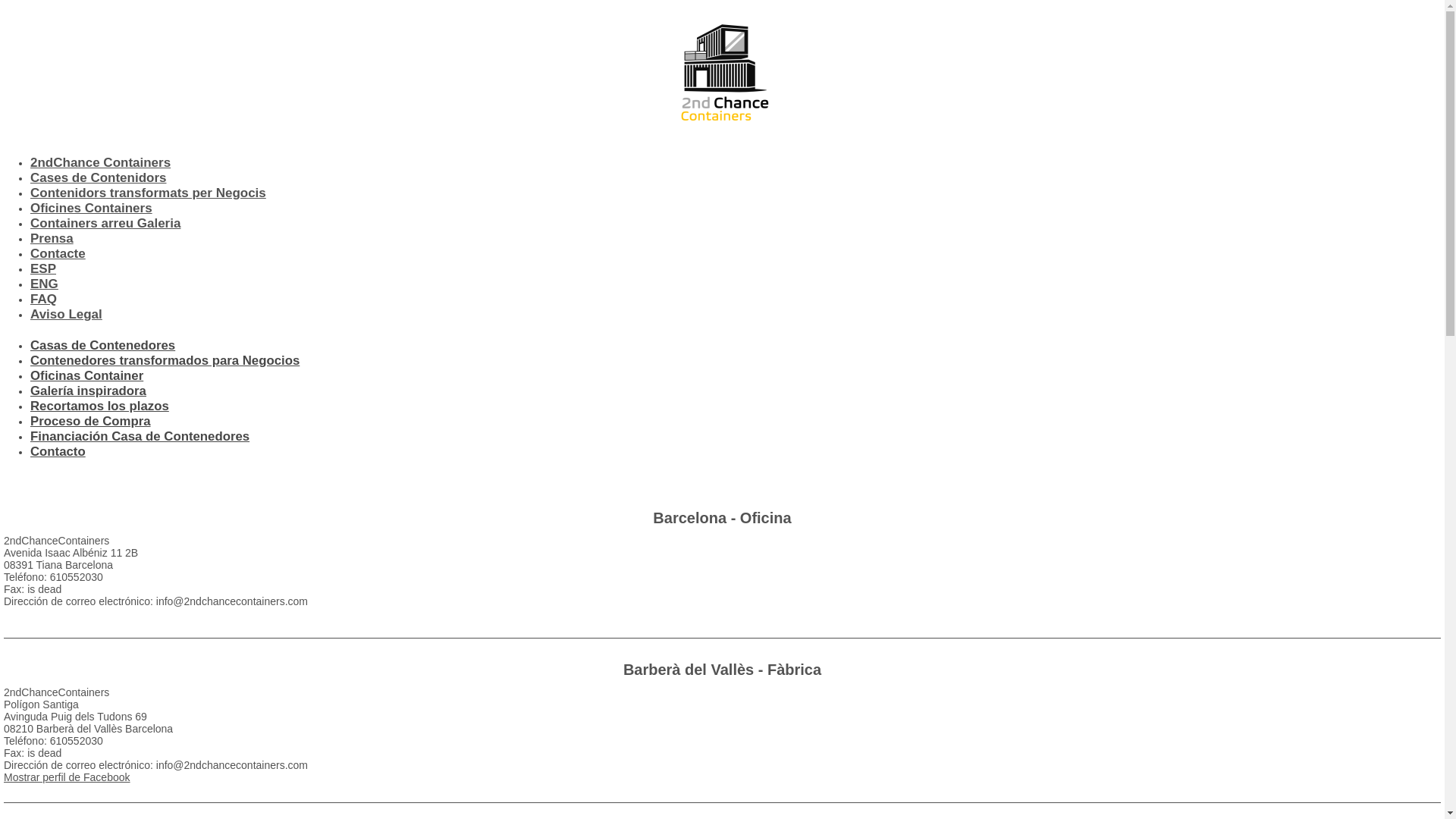 The width and height of the screenshot is (1456, 819). What do you see at coordinates (86, 375) in the screenshot?
I see `'Oficinas Container'` at bounding box center [86, 375].